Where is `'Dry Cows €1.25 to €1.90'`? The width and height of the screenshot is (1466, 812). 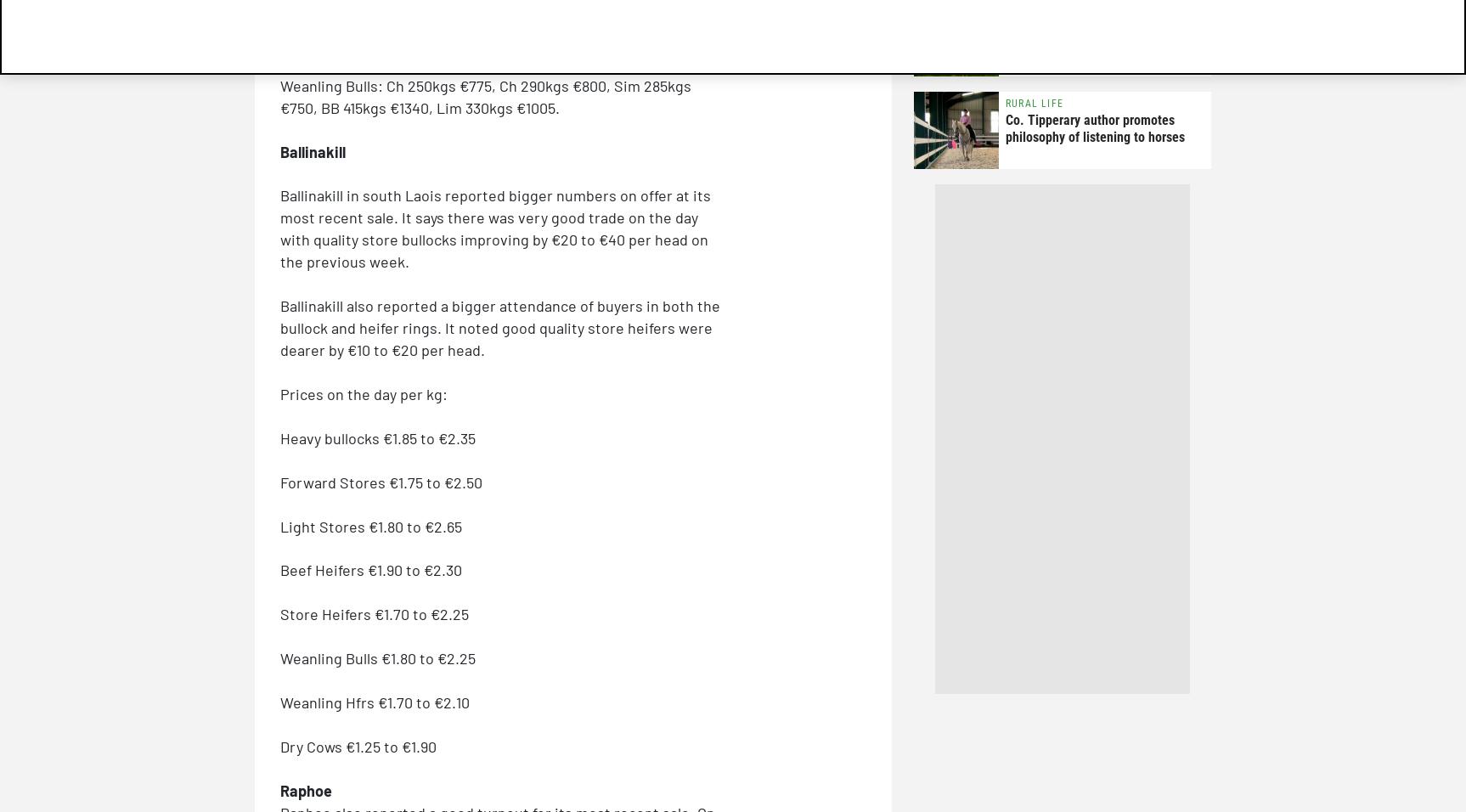 'Dry Cows €1.25 to €1.90' is located at coordinates (358, 747).